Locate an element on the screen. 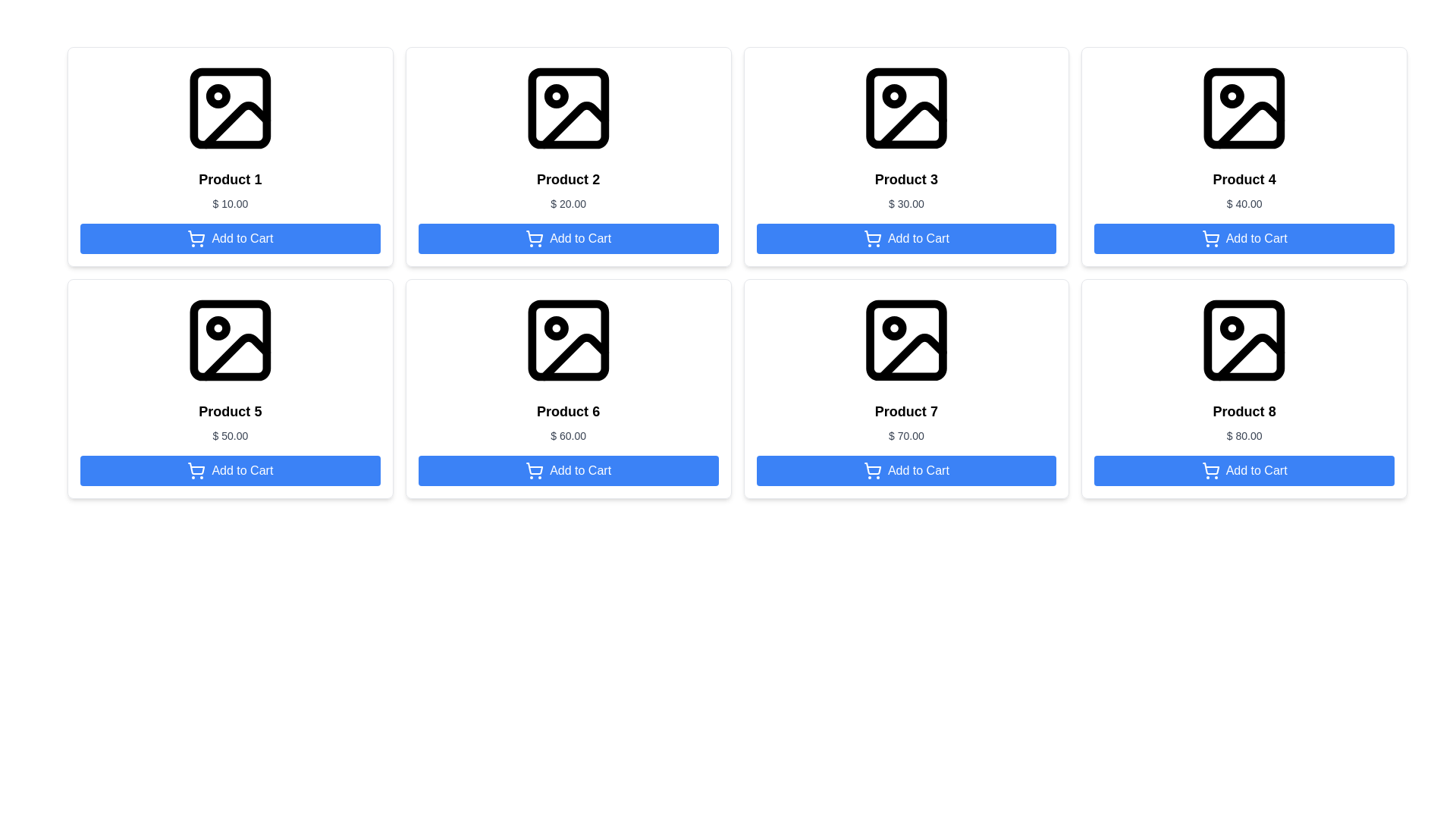 The height and width of the screenshot is (819, 1456). the decorative graphic element located in the upper-left region of the product image for 'Product 3', which is positioned in the top row and third column of the grid layout is located at coordinates (906, 107).